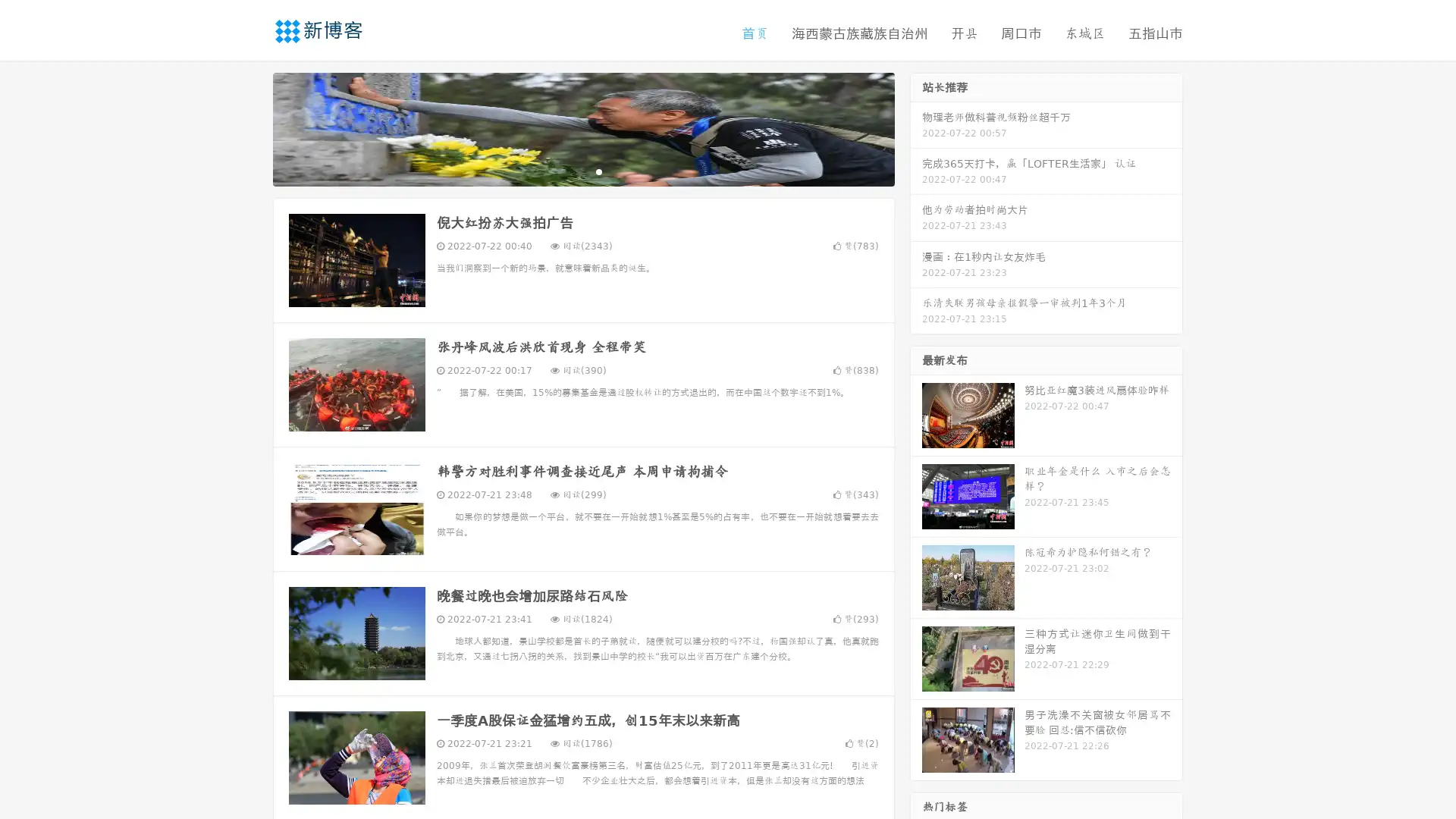  I want to click on Previous slide, so click(250, 127).